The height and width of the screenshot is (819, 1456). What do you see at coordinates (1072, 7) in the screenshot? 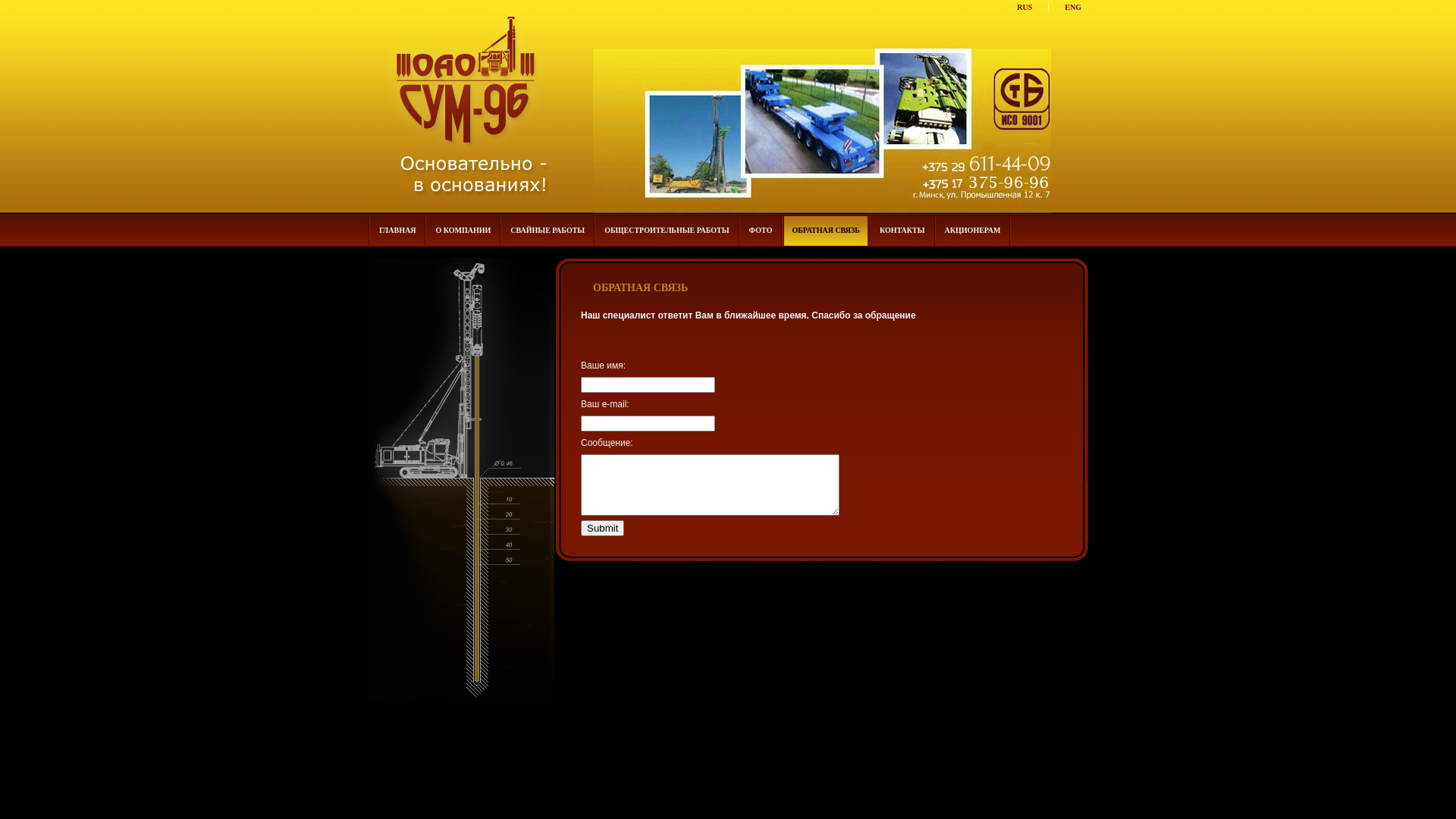
I see `'ENG'` at bounding box center [1072, 7].